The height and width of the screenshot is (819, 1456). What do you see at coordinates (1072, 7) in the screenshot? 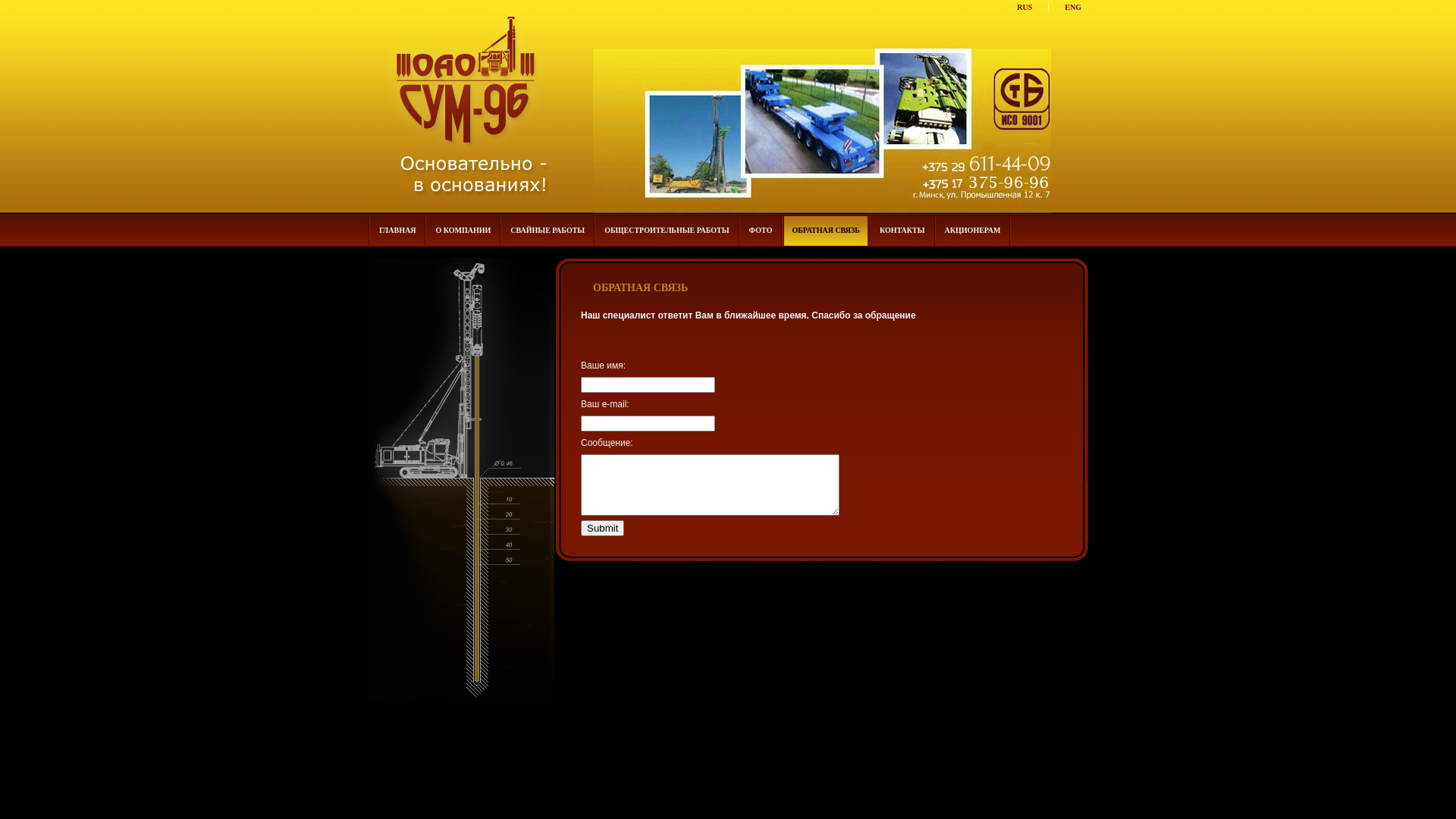
I see `'ENG'` at bounding box center [1072, 7].